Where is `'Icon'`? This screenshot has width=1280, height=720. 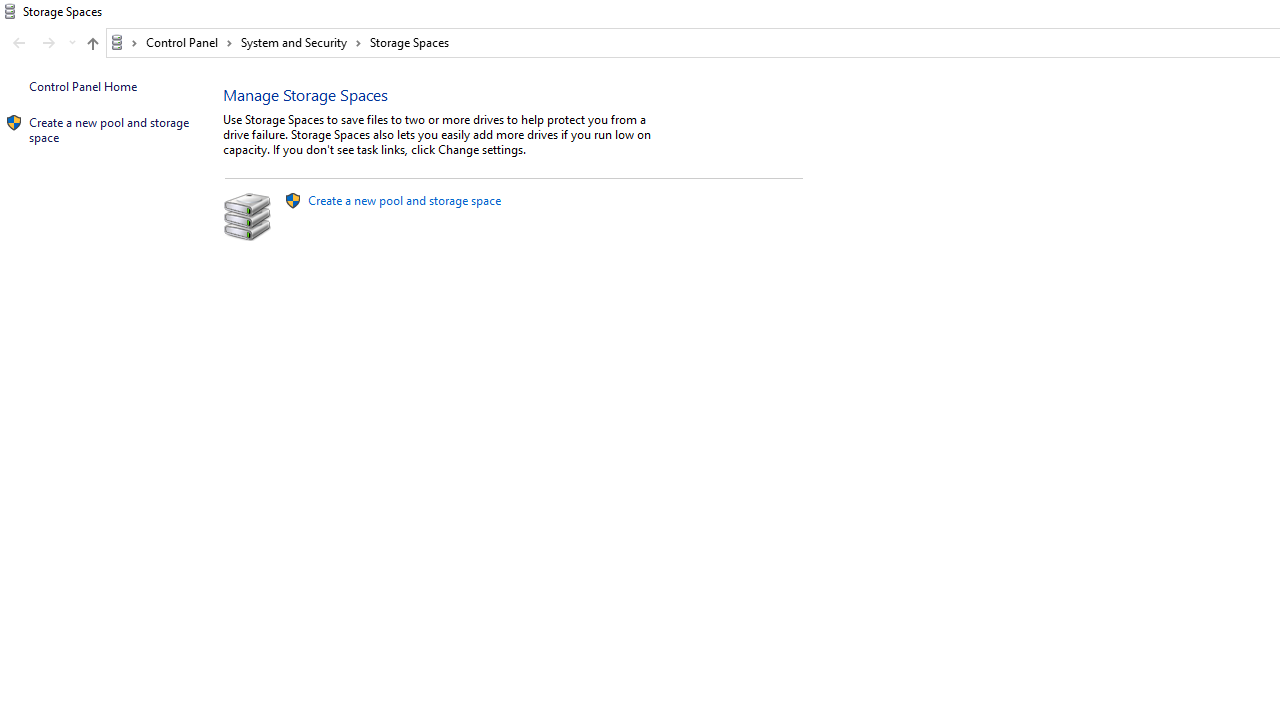 'Icon' is located at coordinates (14, 123).